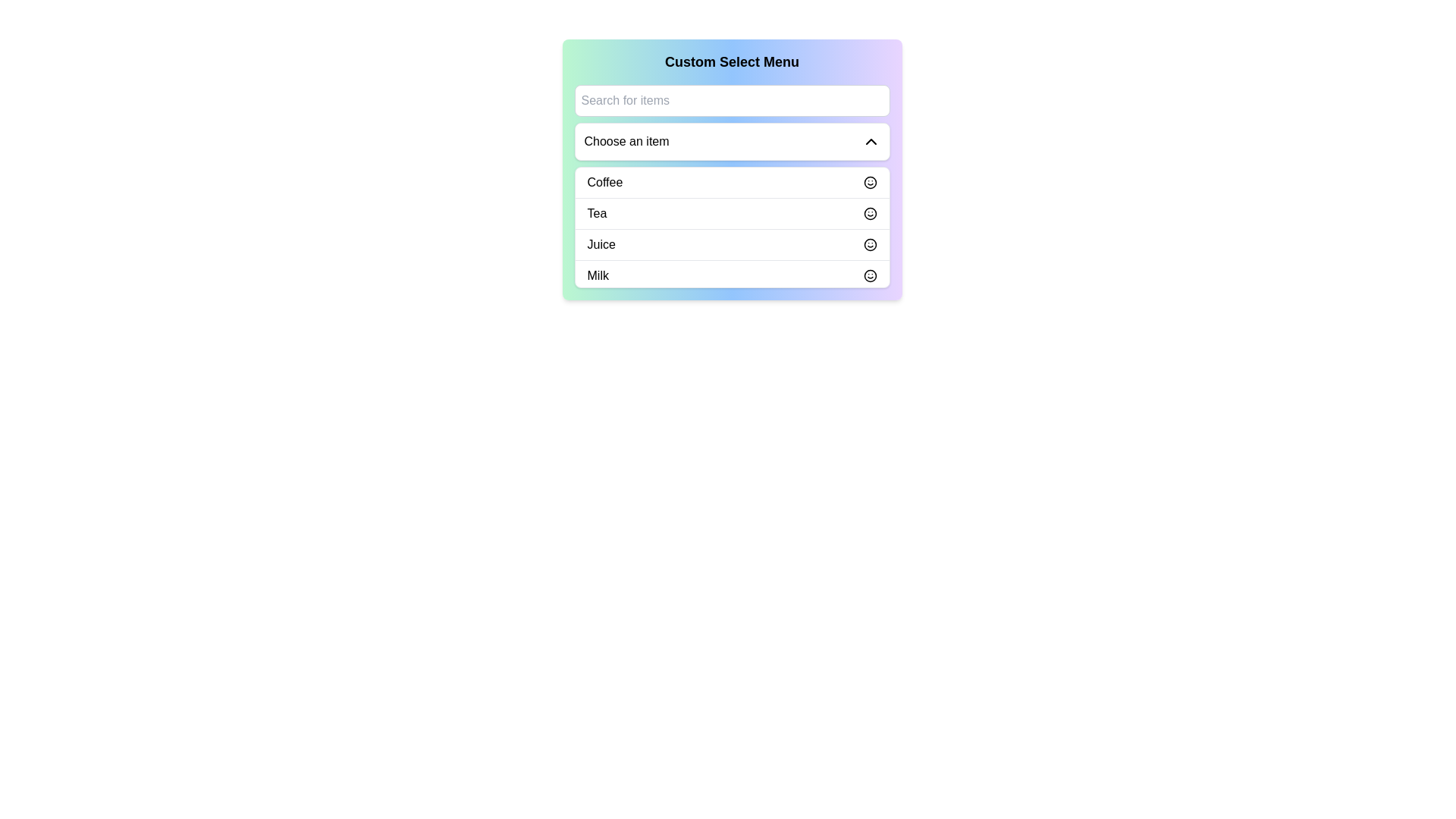 This screenshot has width=1456, height=819. What do you see at coordinates (870, 181) in the screenshot?
I see `the outermost circle of the smiley face icon located to the far-right of the 'Coffee' row in the vertical list of menu options` at bounding box center [870, 181].